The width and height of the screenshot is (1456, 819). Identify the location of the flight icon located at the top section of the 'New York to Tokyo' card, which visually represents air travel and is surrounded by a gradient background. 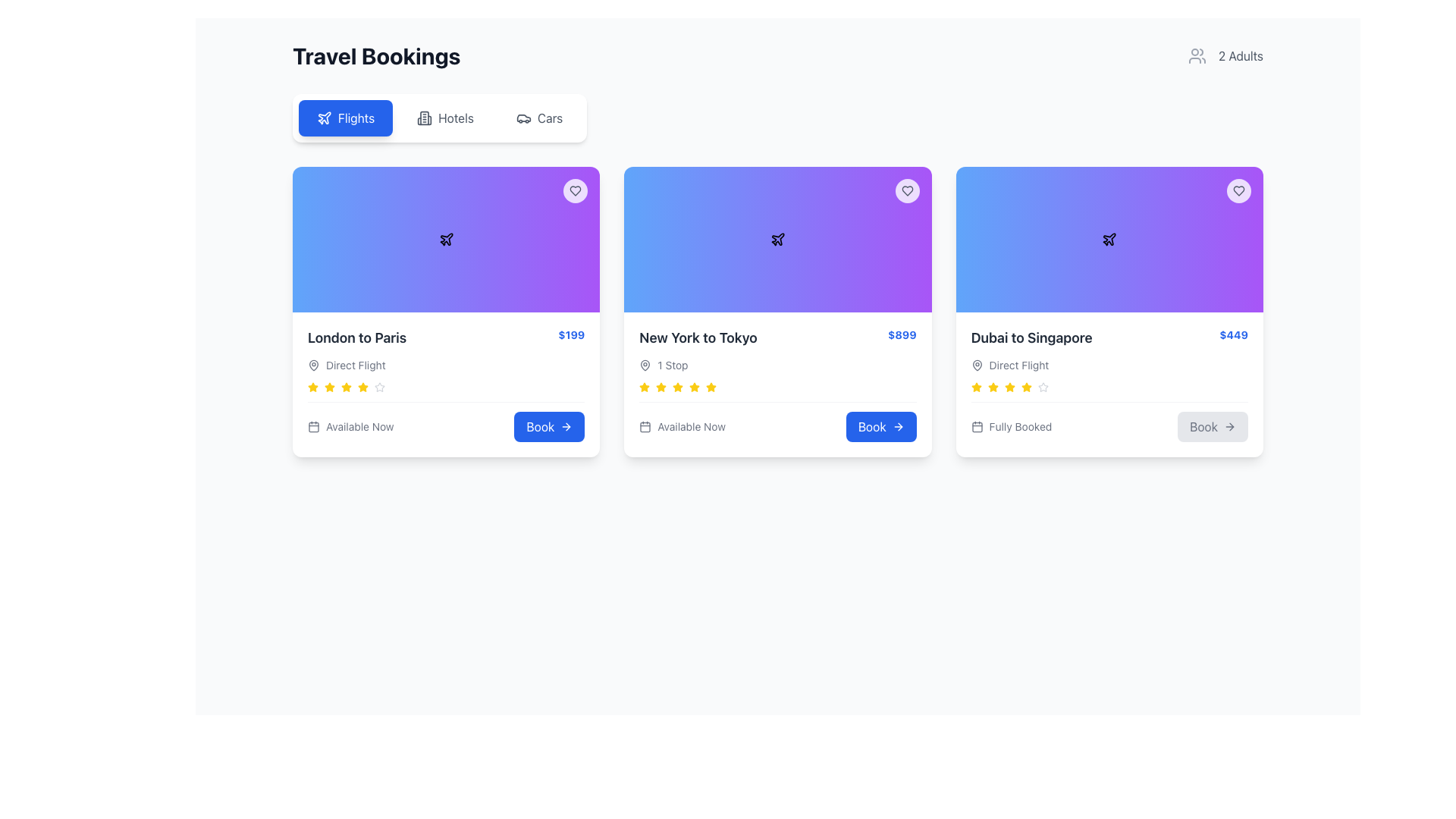
(778, 239).